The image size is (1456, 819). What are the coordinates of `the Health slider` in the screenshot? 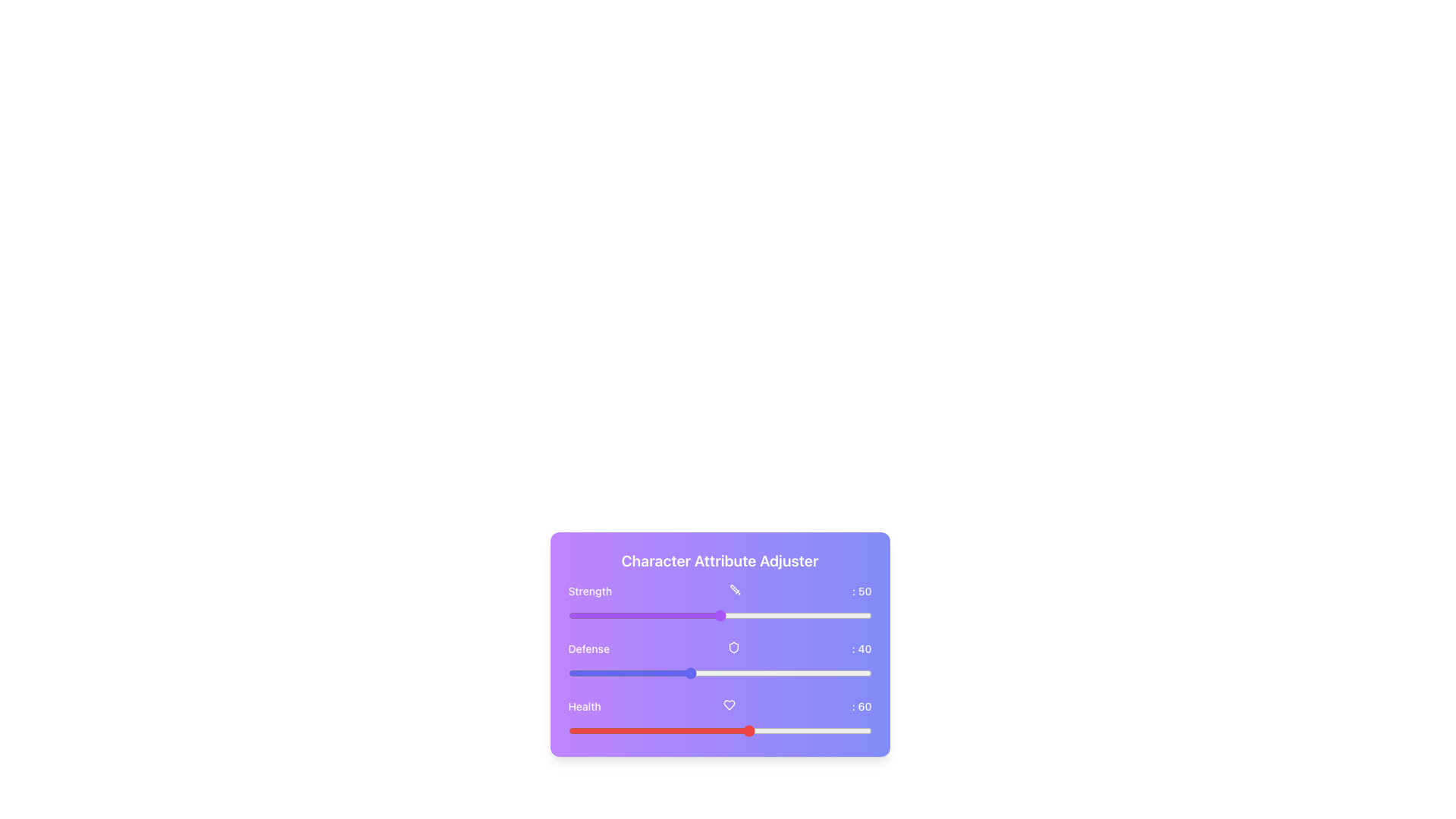 It's located at (747, 730).